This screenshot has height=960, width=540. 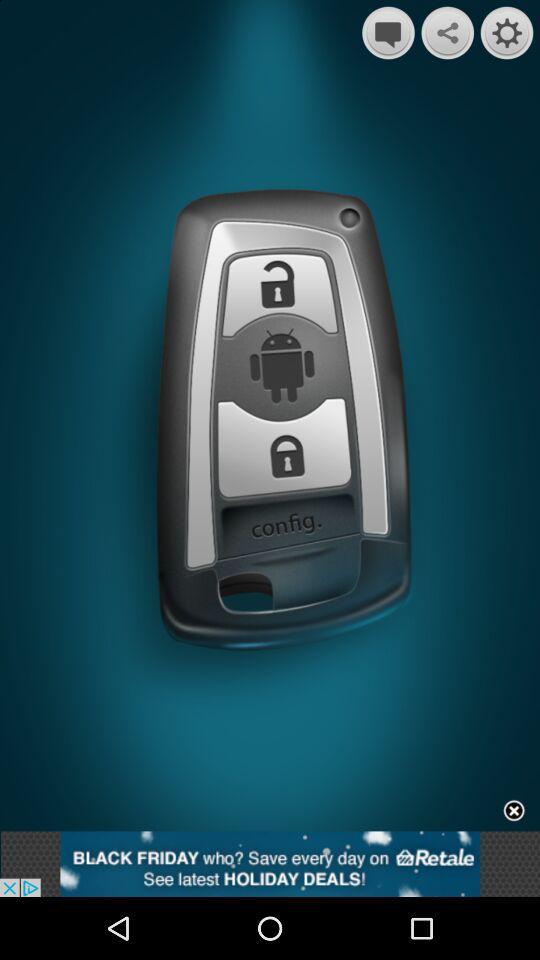 I want to click on lock, so click(x=278, y=296).